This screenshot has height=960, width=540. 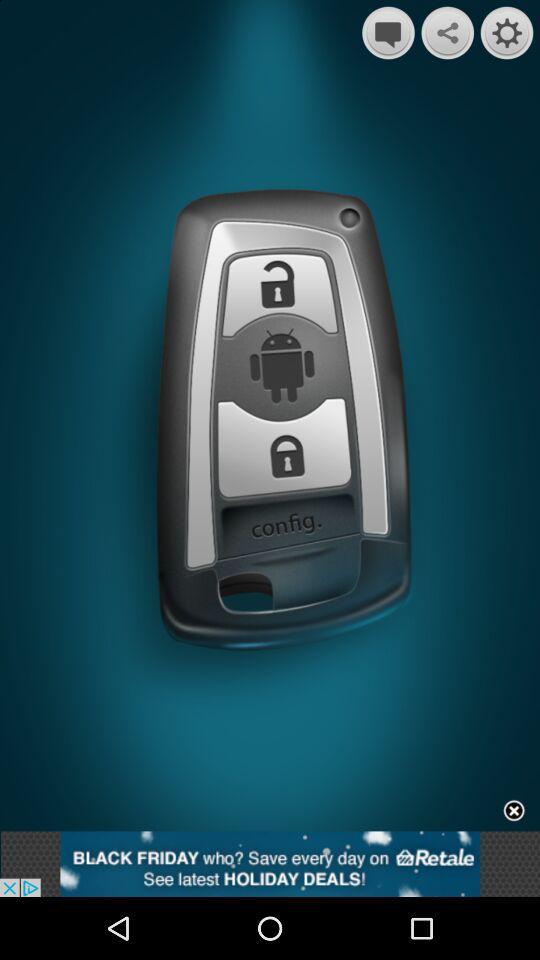 I want to click on lock, so click(x=278, y=296).